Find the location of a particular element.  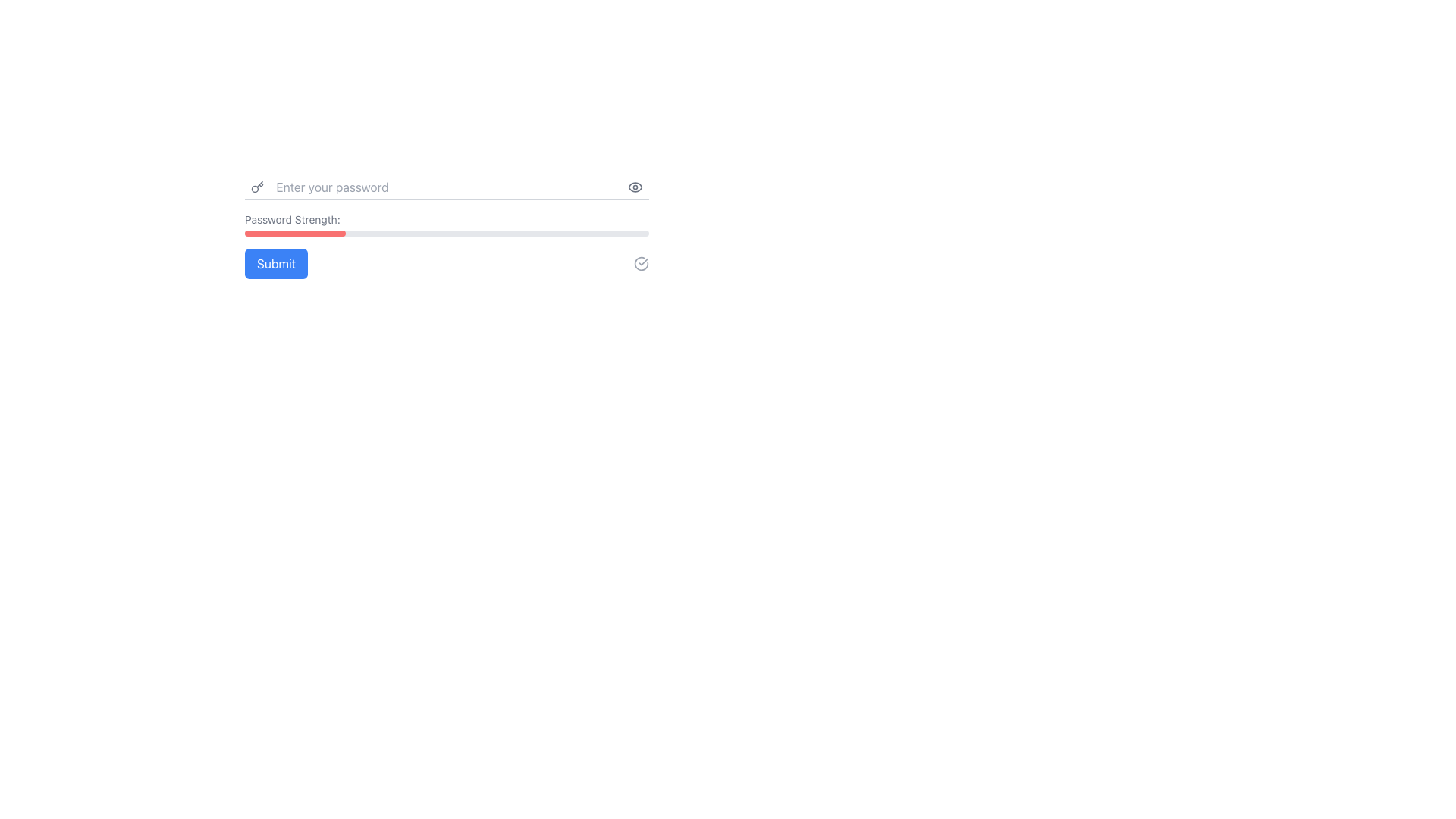

the horizontal progress bar with a rounded design, which has a light gray background and a red filled portion indicating progress, located under the text 'Password Strength:' is located at coordinates (446, 234).